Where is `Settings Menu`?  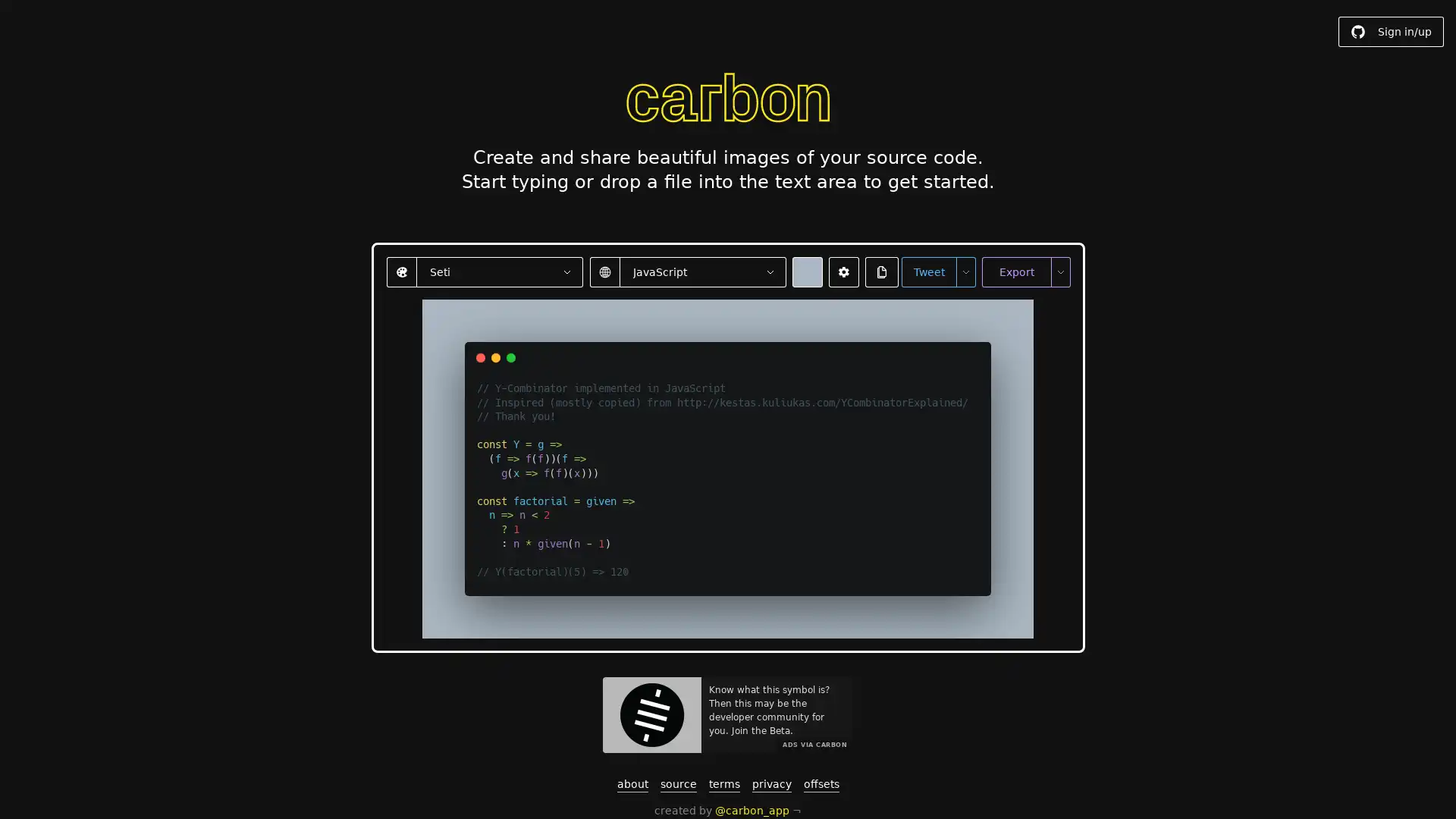
Settings Menu is located at coordinates (843, 271).